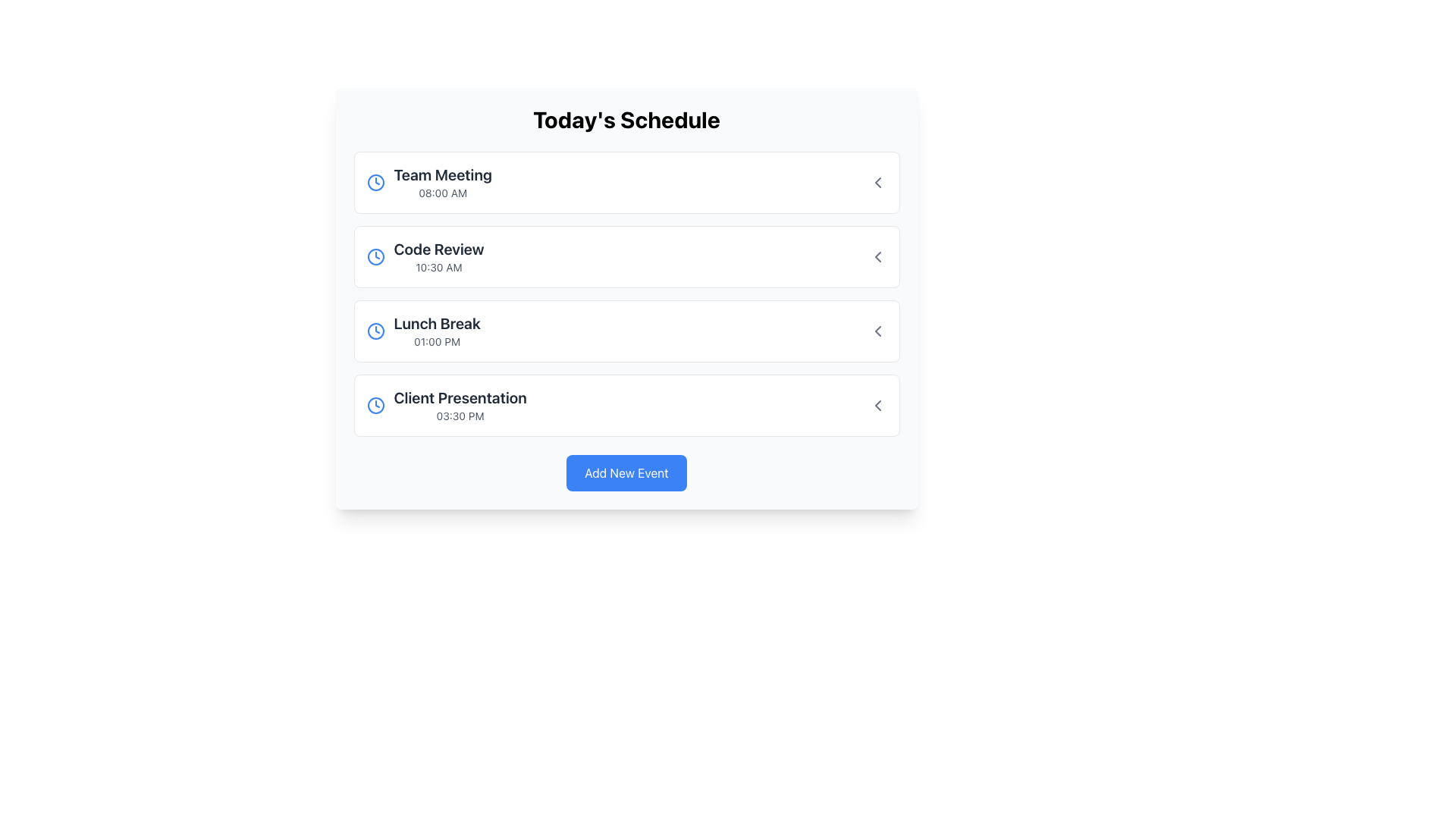  What do you see at coordinates (442, 181) in the screenshot?
I see `event title 'Team Meeting' and time '08:00 AM' displayed in the text area of the event card, which is located in the first row of the vertical list of event cards` at bounding box center [442, 181].